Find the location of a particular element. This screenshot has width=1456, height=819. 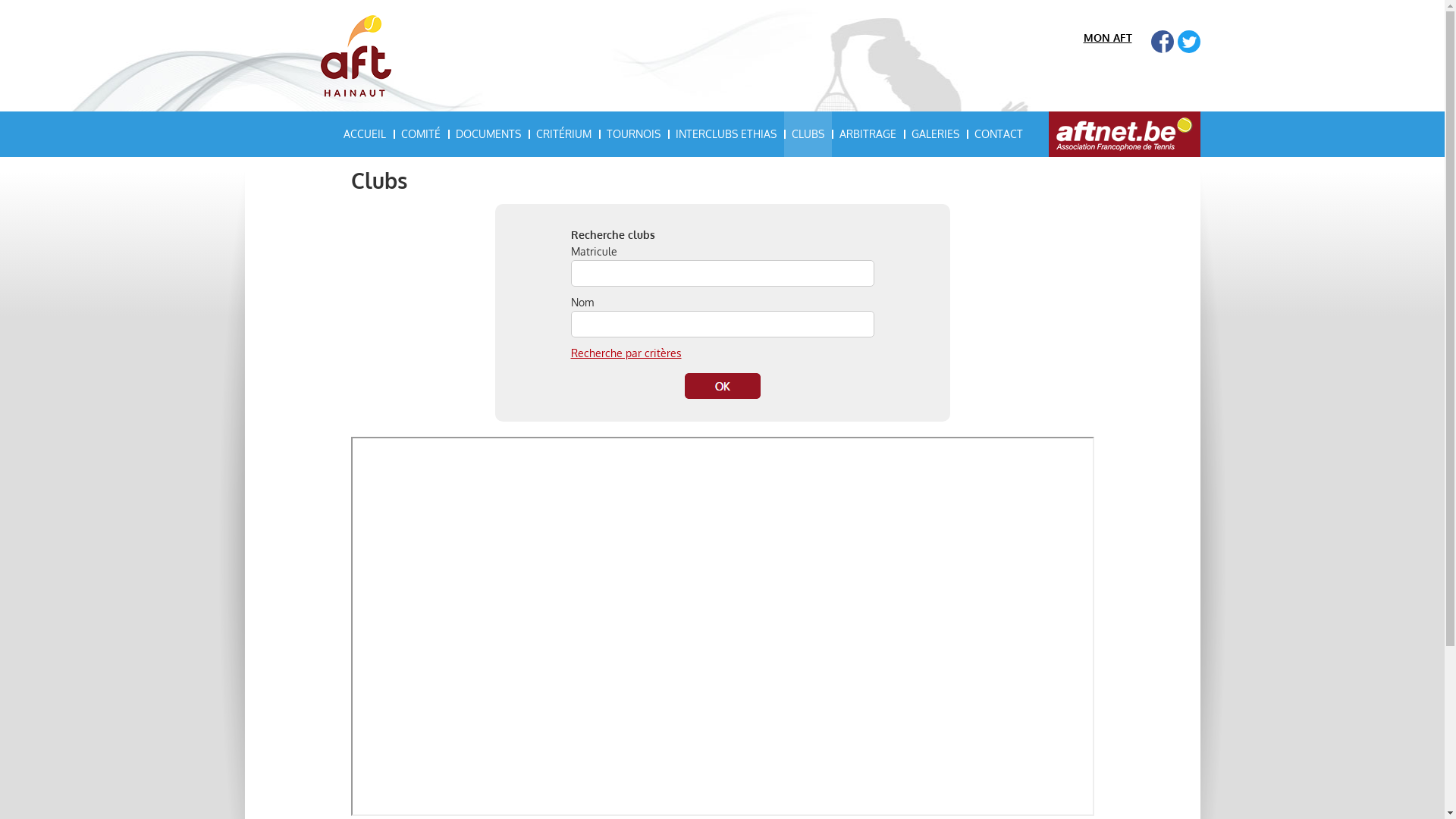

'Twitter' is located at coordinates (1187, 40).